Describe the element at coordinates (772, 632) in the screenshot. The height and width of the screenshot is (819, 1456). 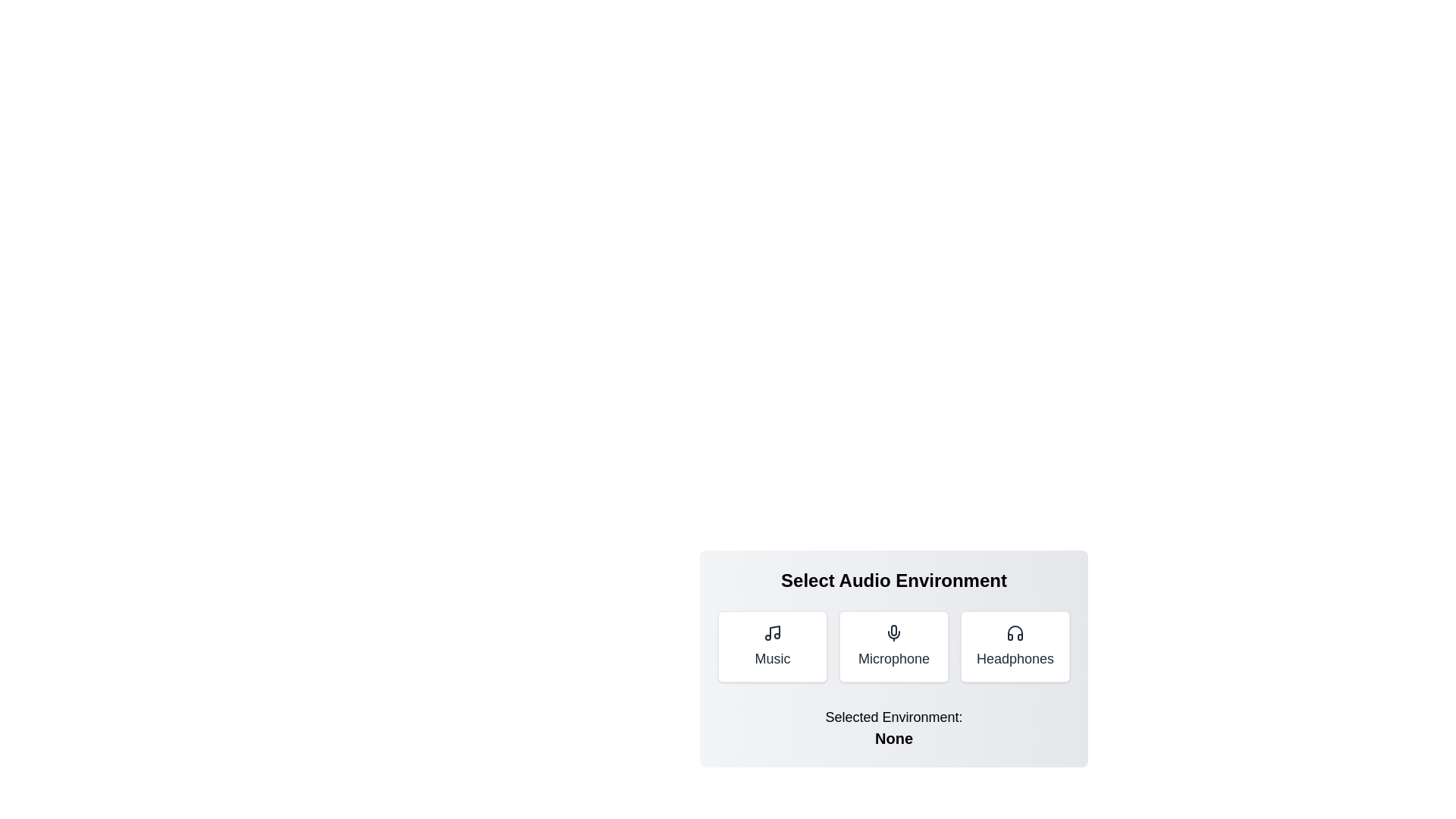
I see `the musical note icon located at the top section of the 'Music' card, above the title text 'Music'` at that location.